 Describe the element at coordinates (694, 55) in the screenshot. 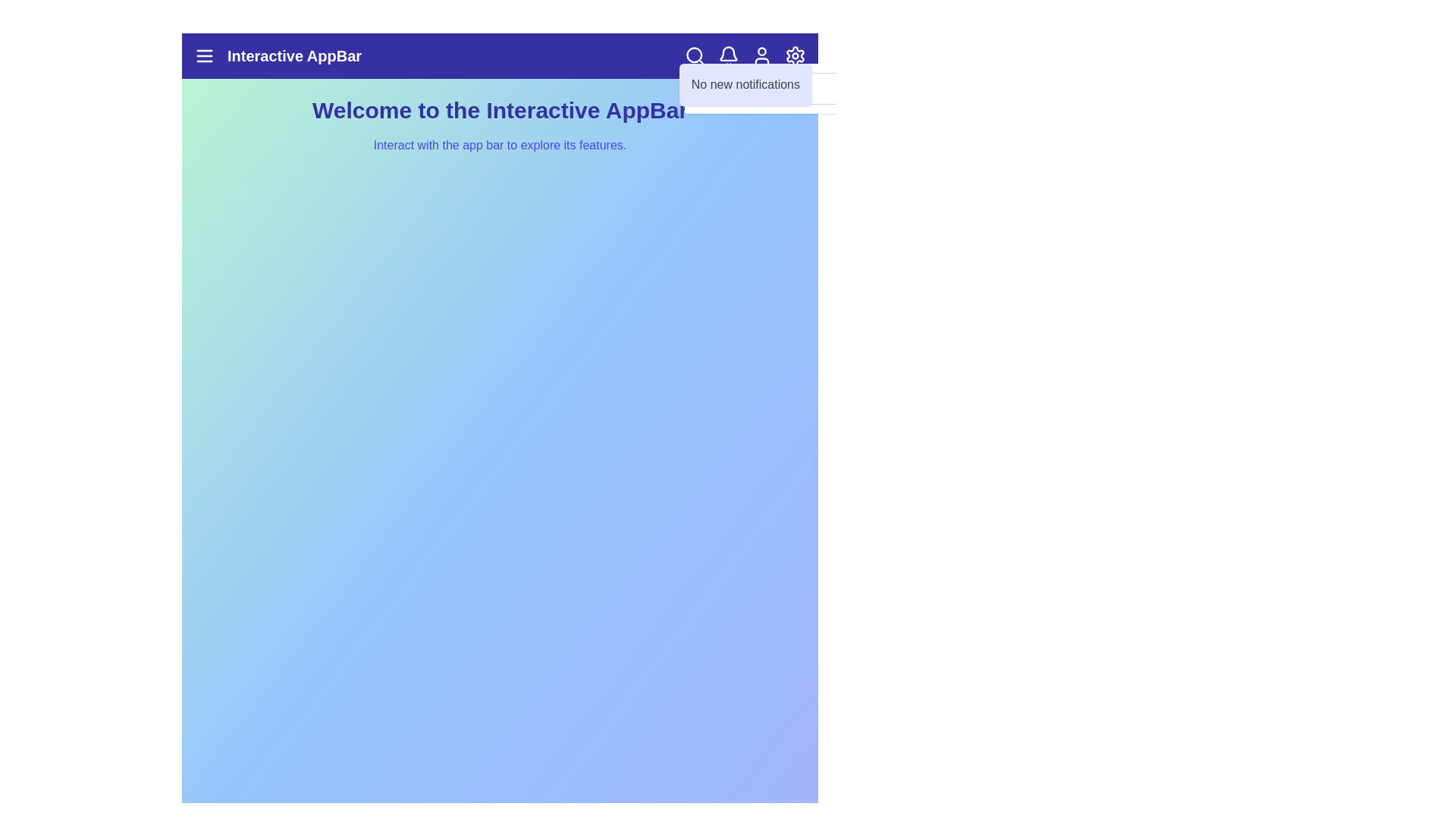

I see `the search icon to toggle the search bar visibility` at that location.